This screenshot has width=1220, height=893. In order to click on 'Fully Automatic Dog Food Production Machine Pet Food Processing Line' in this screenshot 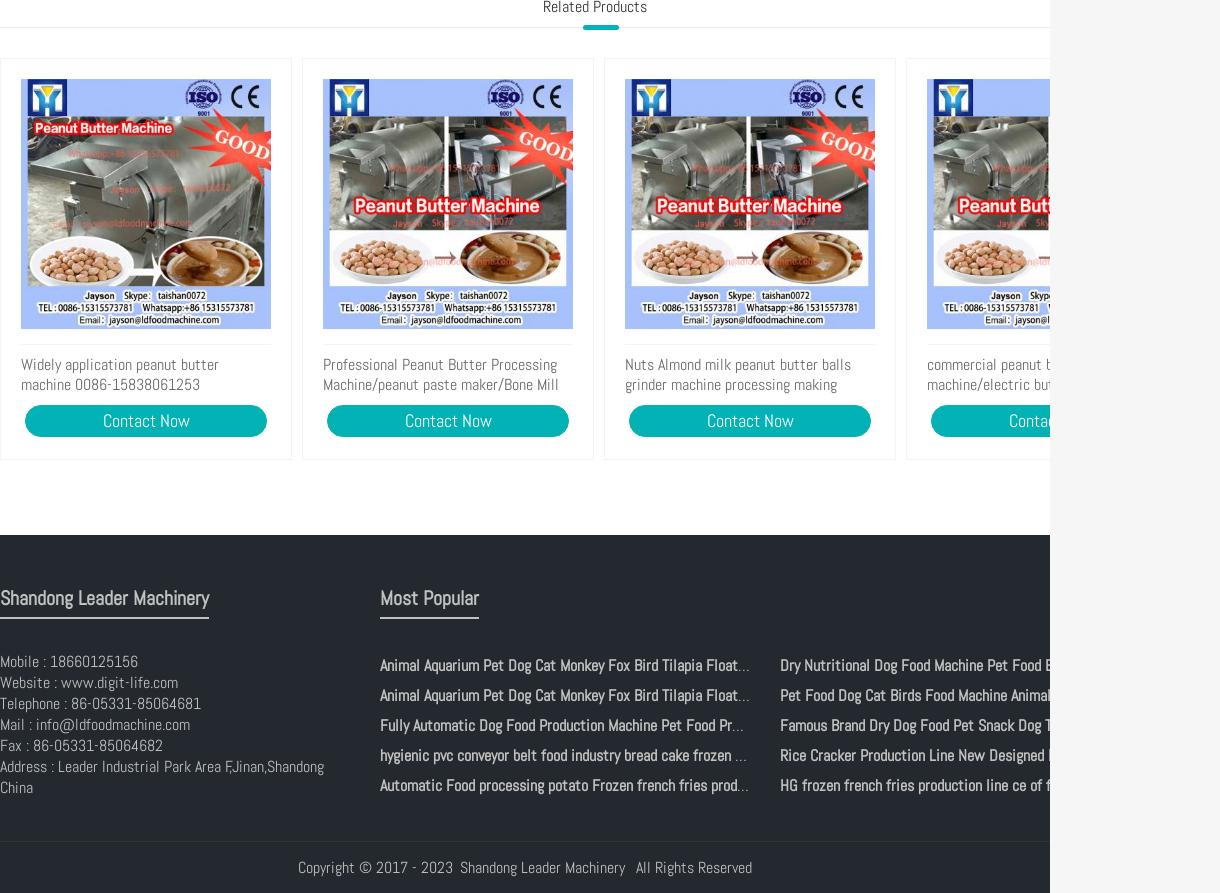, I will do `click(595, 725)`.